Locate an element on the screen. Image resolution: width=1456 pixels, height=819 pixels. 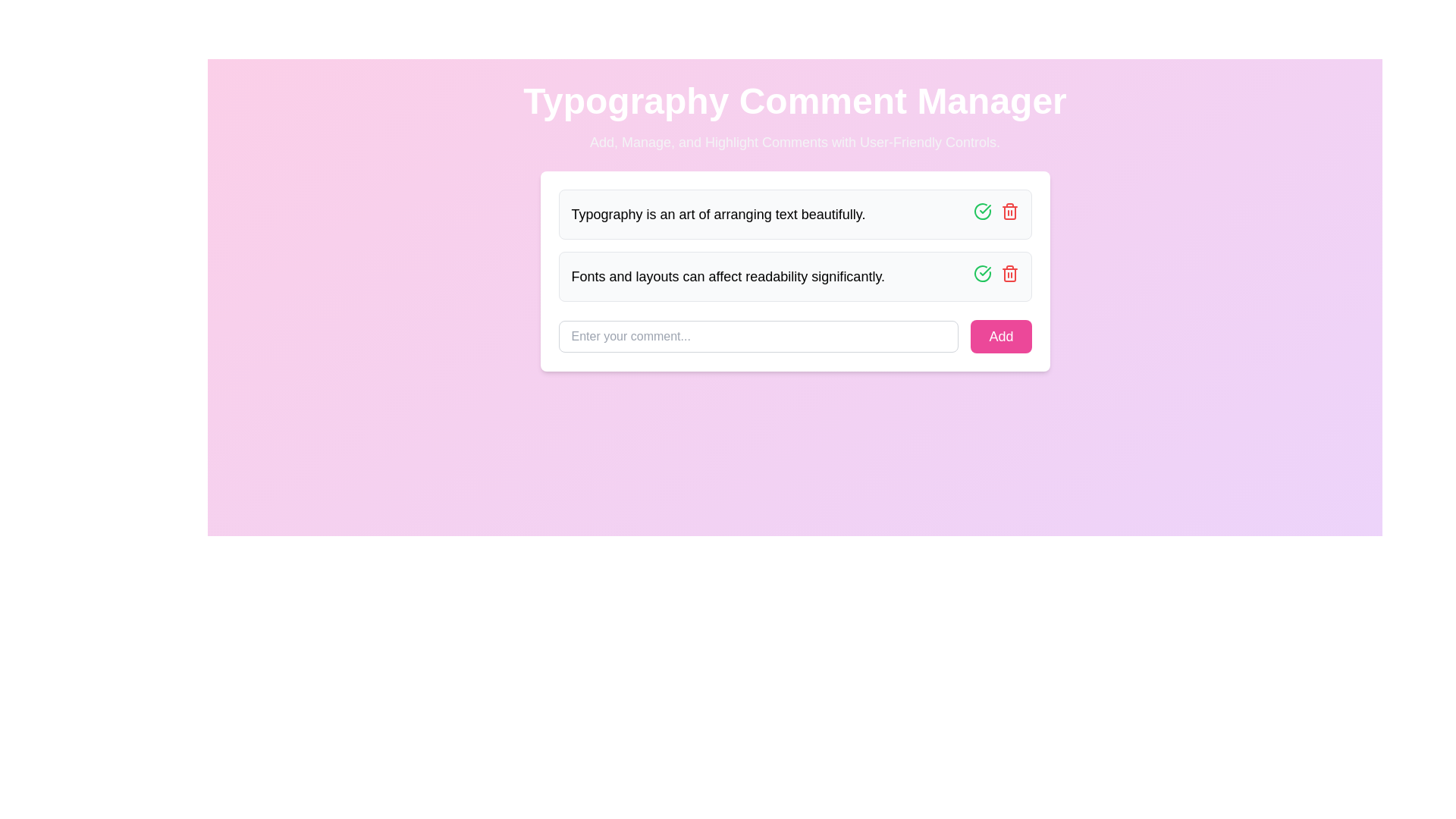
the confirmation icon located in the second comment row, next to the delete icon is located at coordinates (985, 209).